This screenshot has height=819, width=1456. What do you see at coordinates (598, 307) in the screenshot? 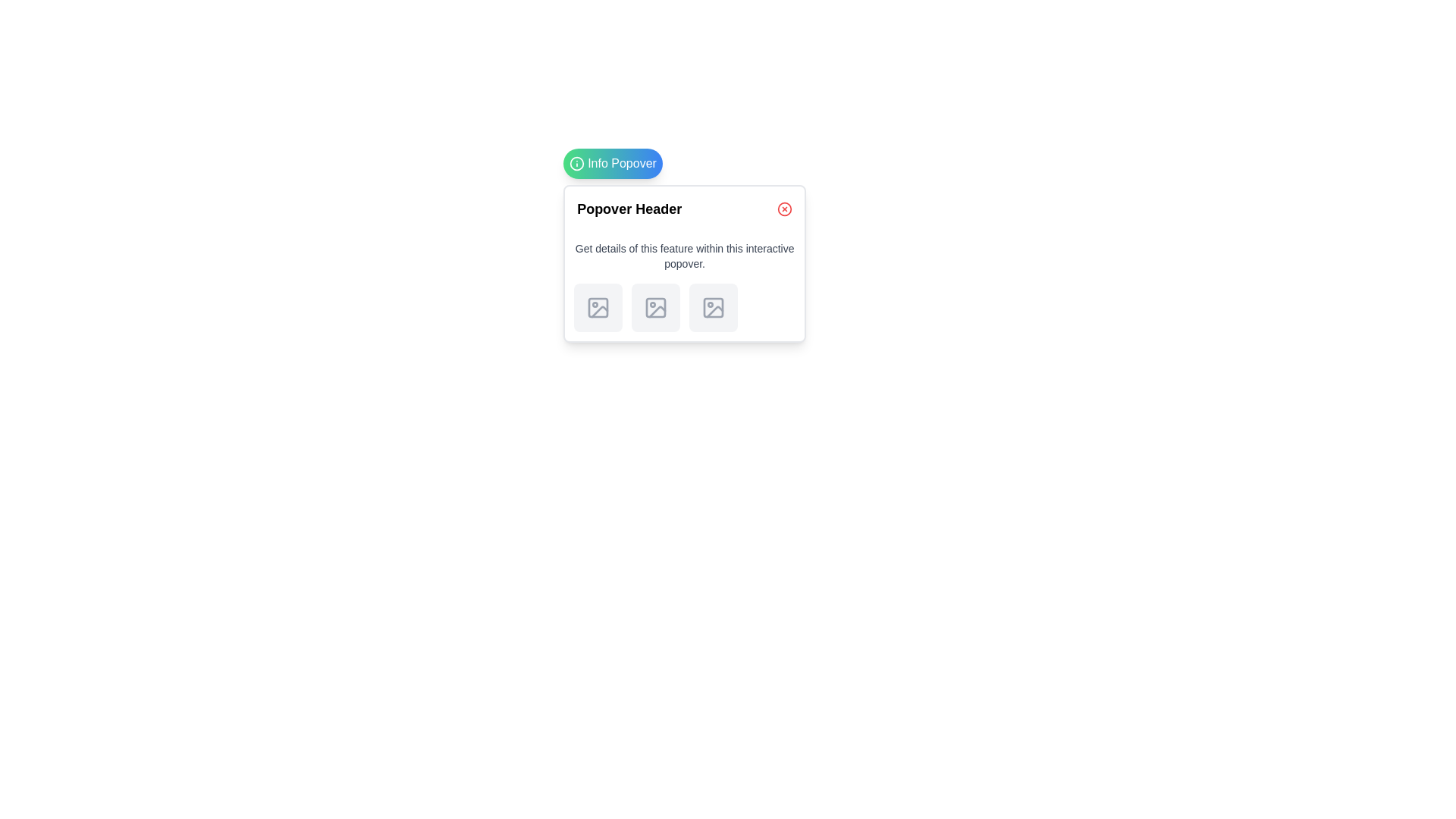
I see `the icon background square element located at the center bottom of the popover under 'Popover Header'` at bounding box center [598, 307].